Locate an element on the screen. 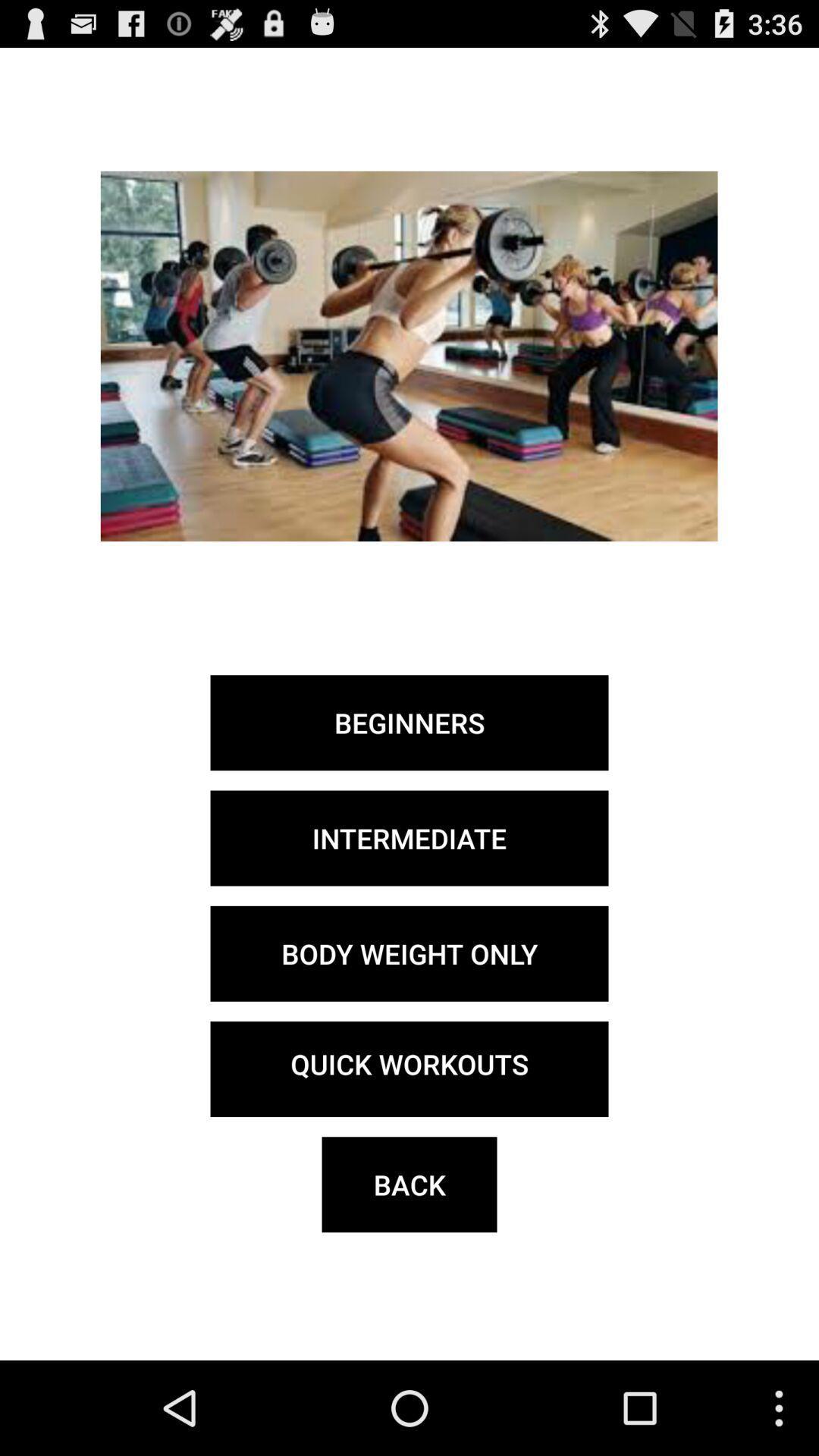  the beginners is located at coordinates (409, 722).